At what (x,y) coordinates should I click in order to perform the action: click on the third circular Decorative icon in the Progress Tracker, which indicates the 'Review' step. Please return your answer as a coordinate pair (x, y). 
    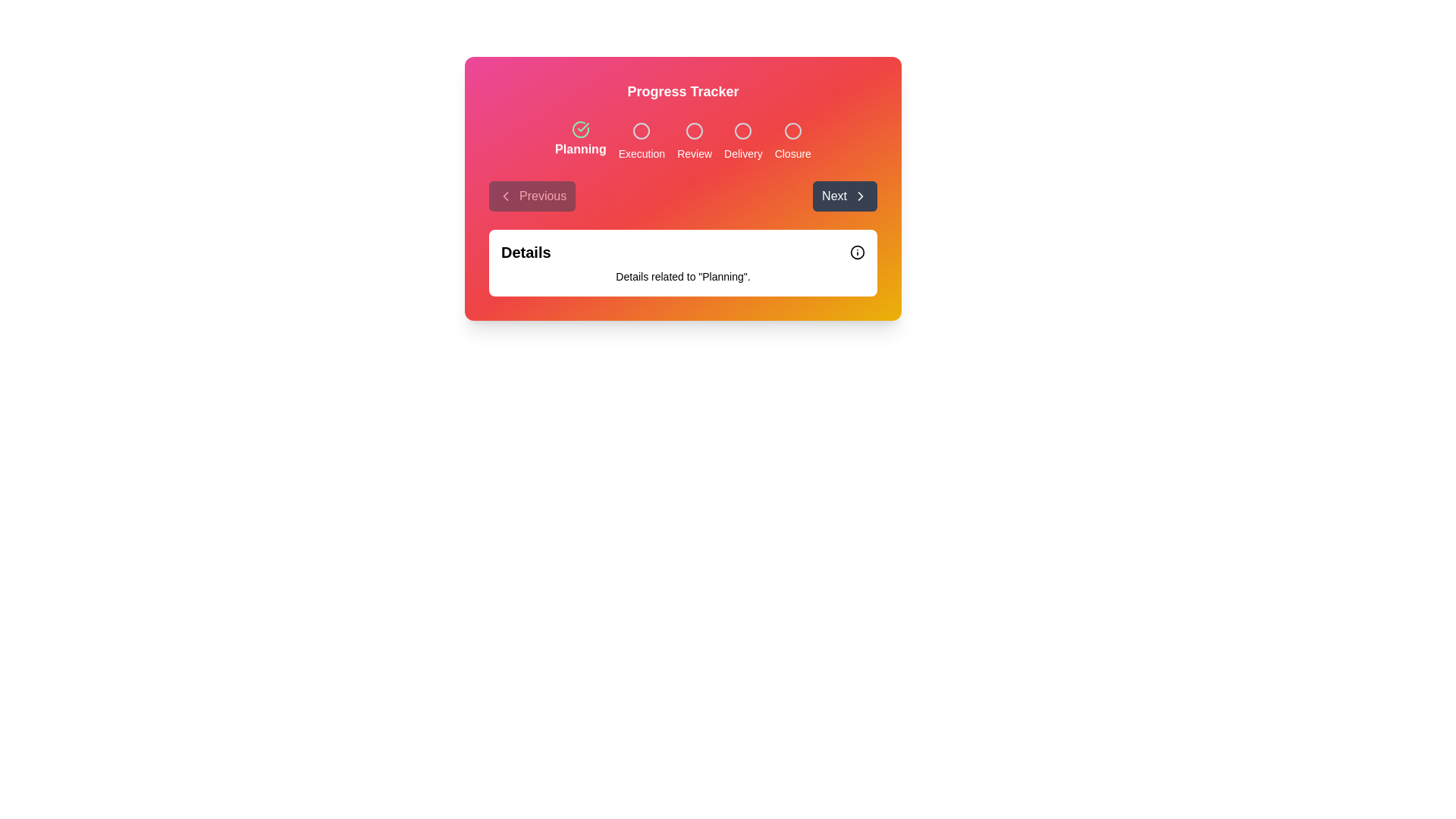
    Looking at the image, I should click on (694, 130).